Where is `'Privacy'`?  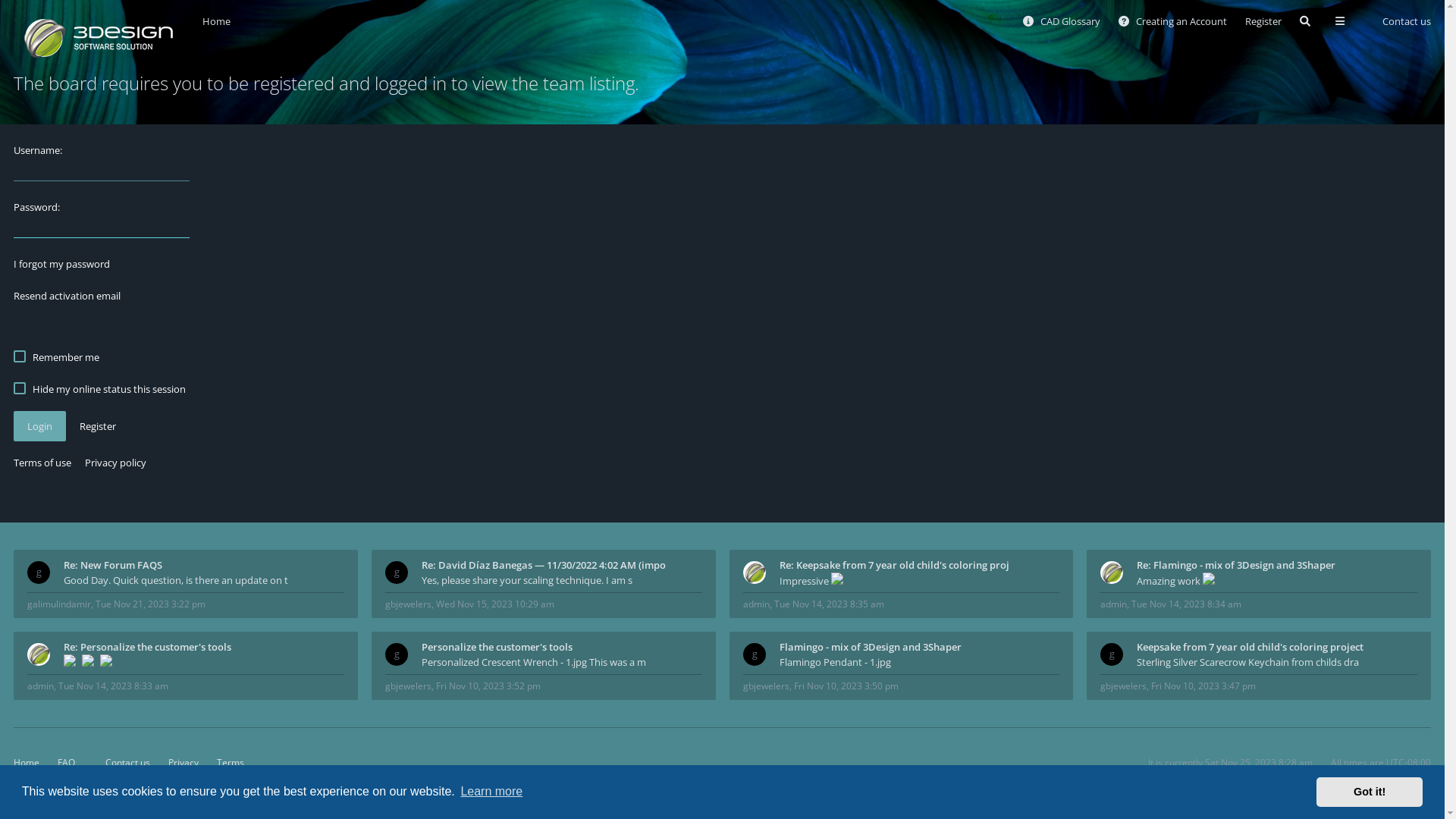 'Privacy' is located at coordinates (182, 762).